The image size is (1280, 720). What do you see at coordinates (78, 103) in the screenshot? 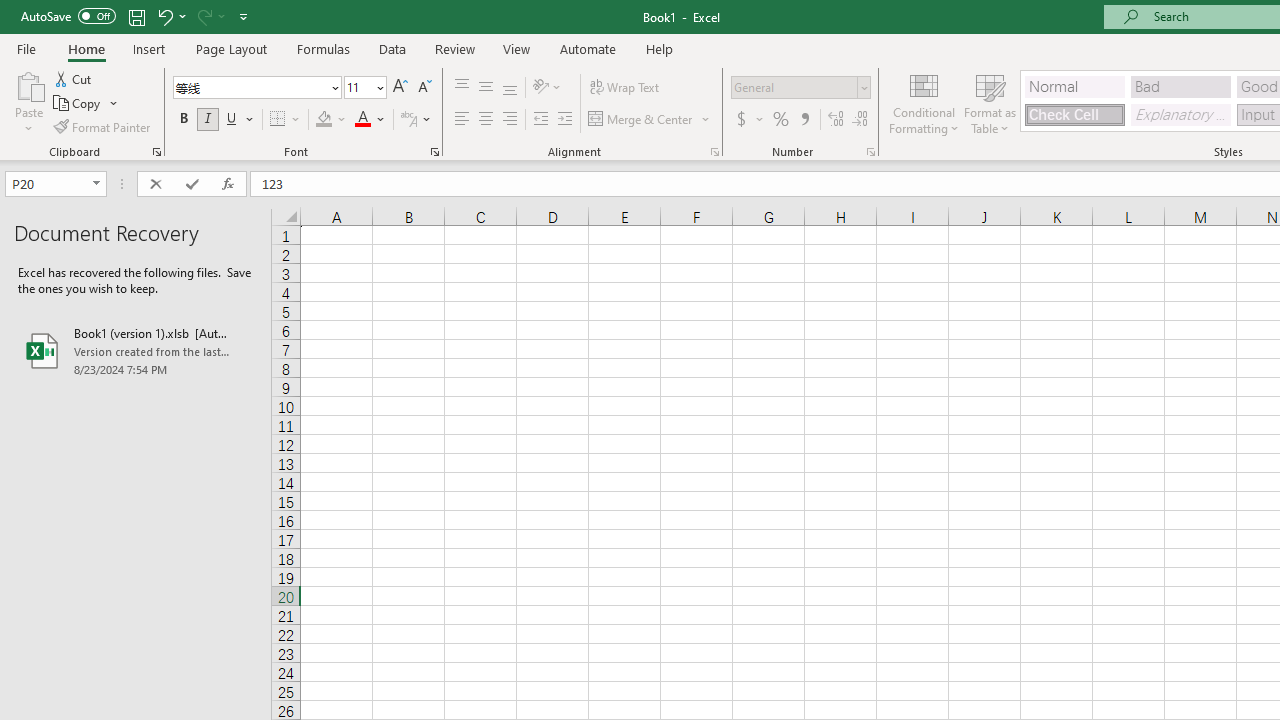
I see `'Copy'` at bounding box center [78, 103].